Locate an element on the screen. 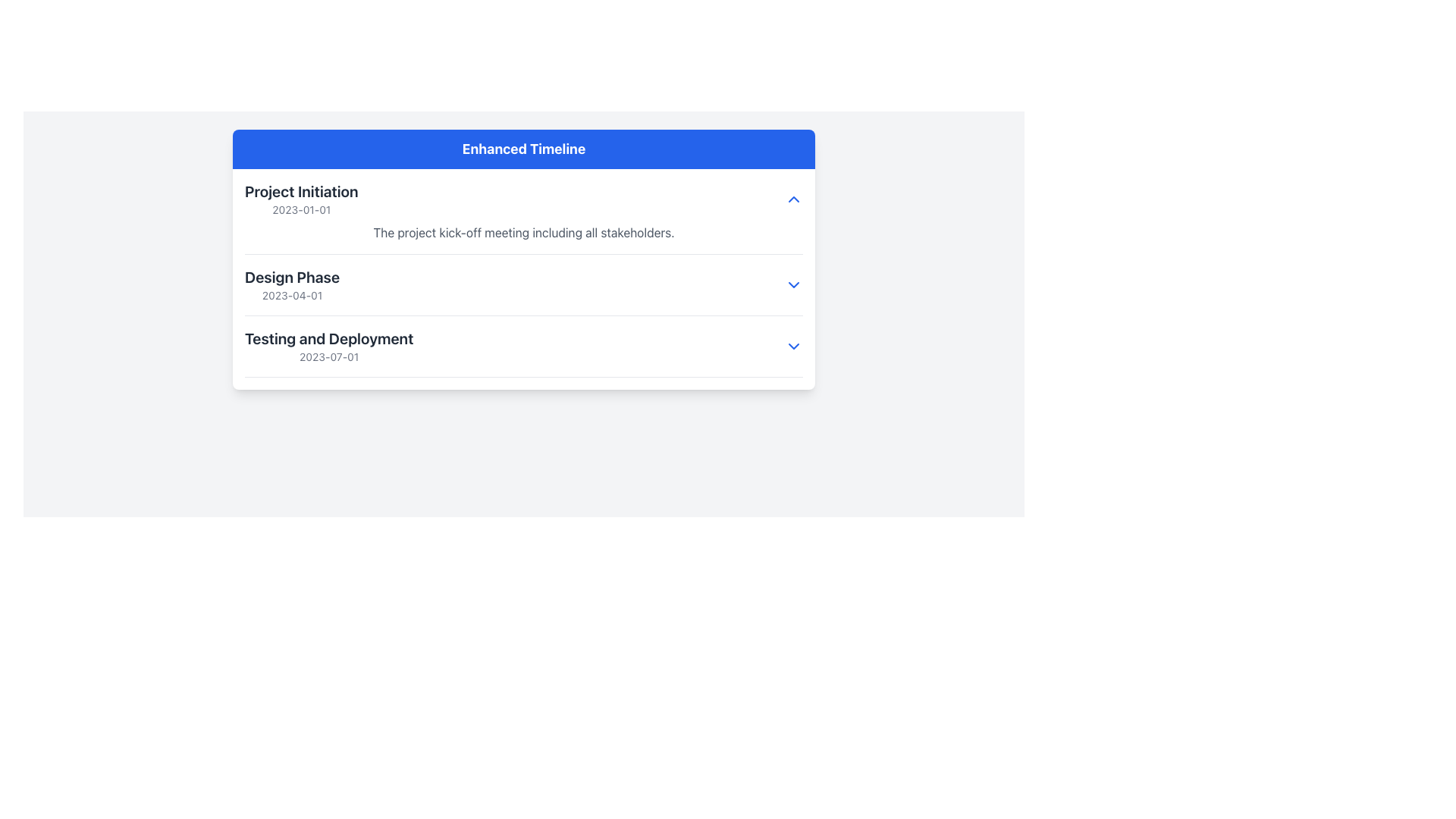  date displayed on the text label indicating the start date of the 'Project Initiation' phase within the timeline is located at coordinates (301, 210).